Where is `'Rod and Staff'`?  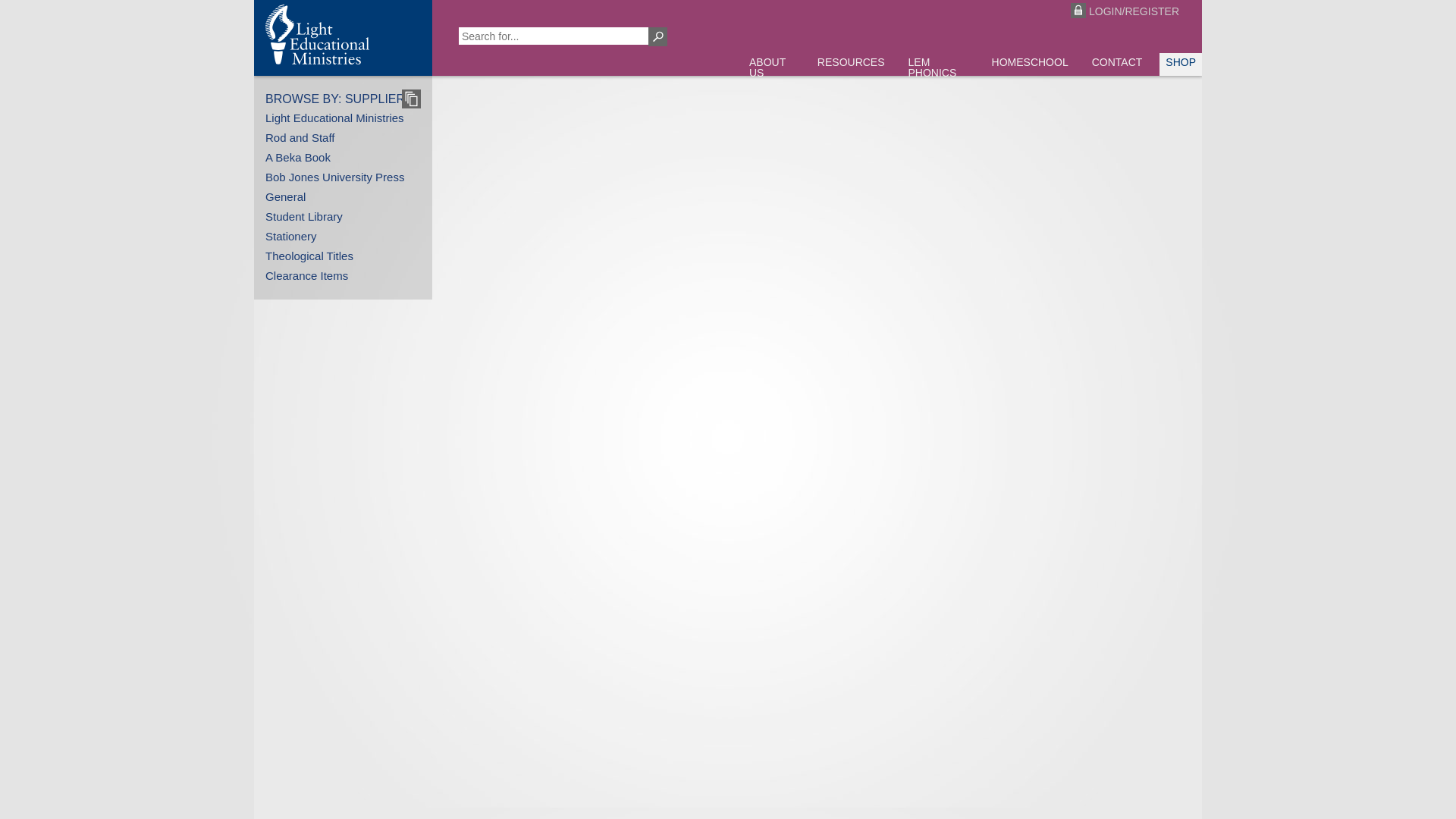 'Rod and Staff' is located at coordinates (300, 137).